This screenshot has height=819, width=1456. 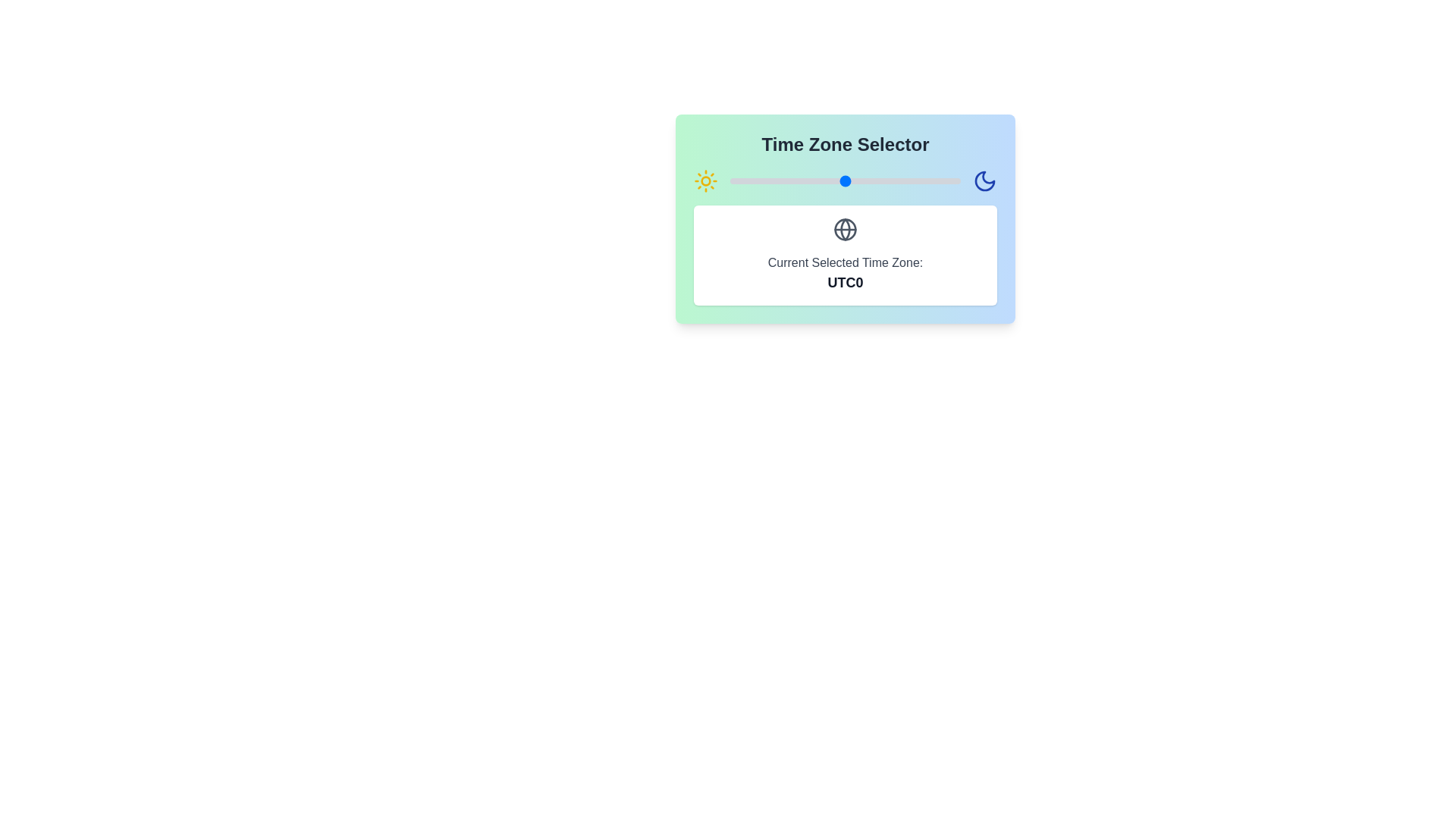 What do you see at coordinates (861, 180) in the screenshot?
I see `the time zone offset` at bounding box center [861, 180].